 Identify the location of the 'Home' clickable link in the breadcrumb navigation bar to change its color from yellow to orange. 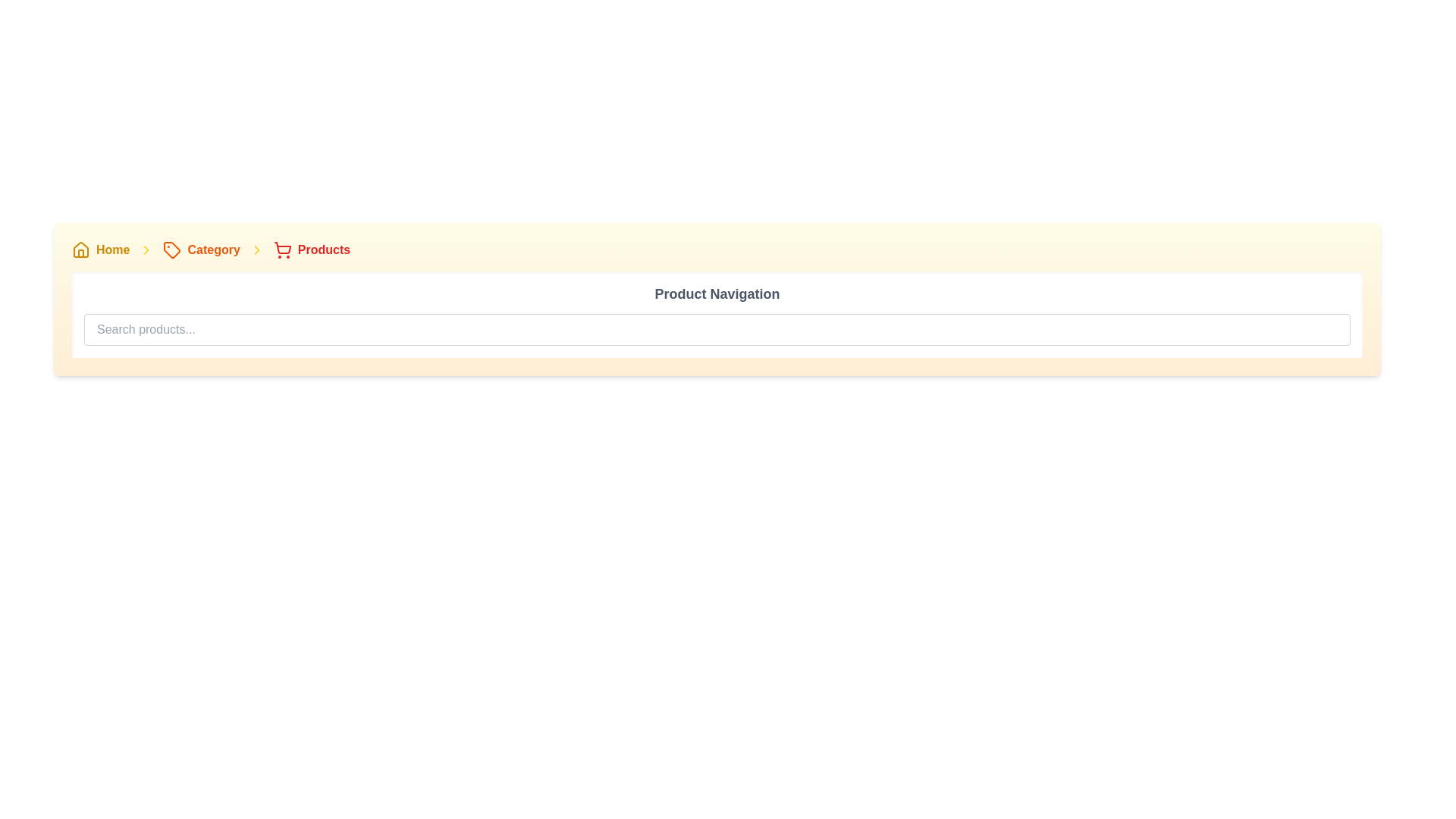
(112, 249).